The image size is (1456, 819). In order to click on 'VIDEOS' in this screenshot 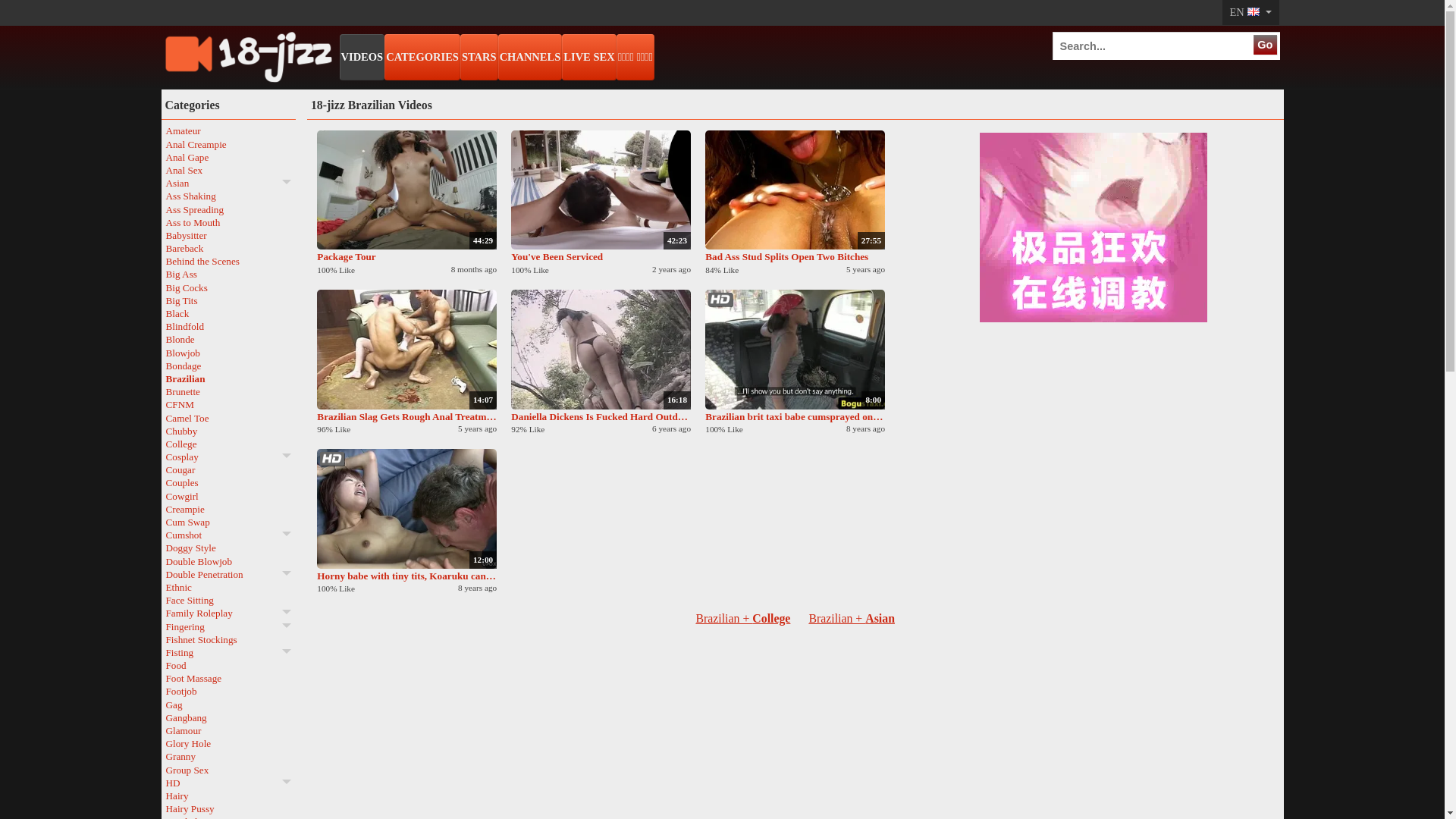, I will do `click(362, 56)`.